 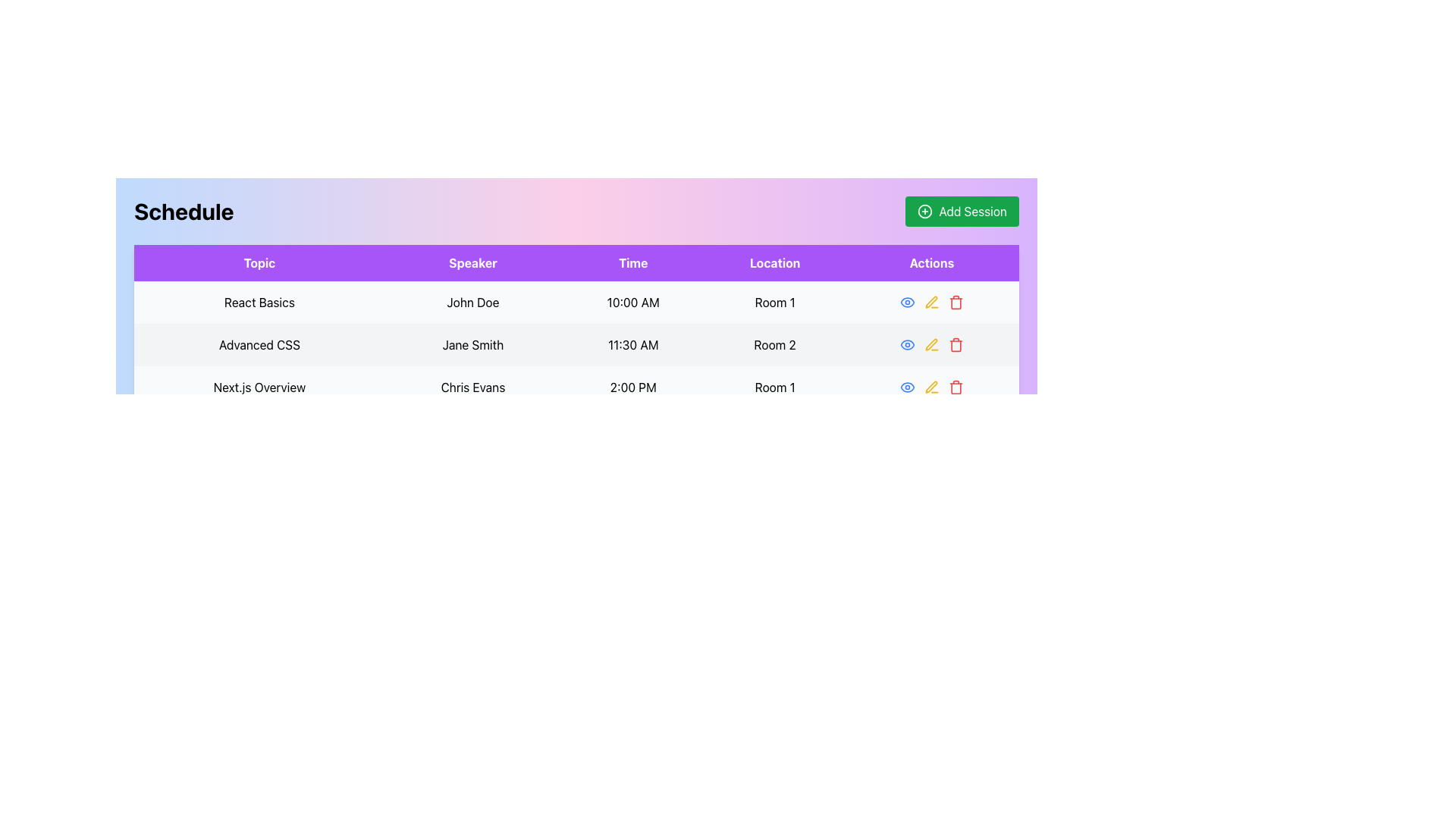 What do you see at coordinates (907, 302) in the screenshot?
I see `the circular blue icon with a white eye symbol located in the third row under the 'Actions' column` at bounding box center [907, 302].